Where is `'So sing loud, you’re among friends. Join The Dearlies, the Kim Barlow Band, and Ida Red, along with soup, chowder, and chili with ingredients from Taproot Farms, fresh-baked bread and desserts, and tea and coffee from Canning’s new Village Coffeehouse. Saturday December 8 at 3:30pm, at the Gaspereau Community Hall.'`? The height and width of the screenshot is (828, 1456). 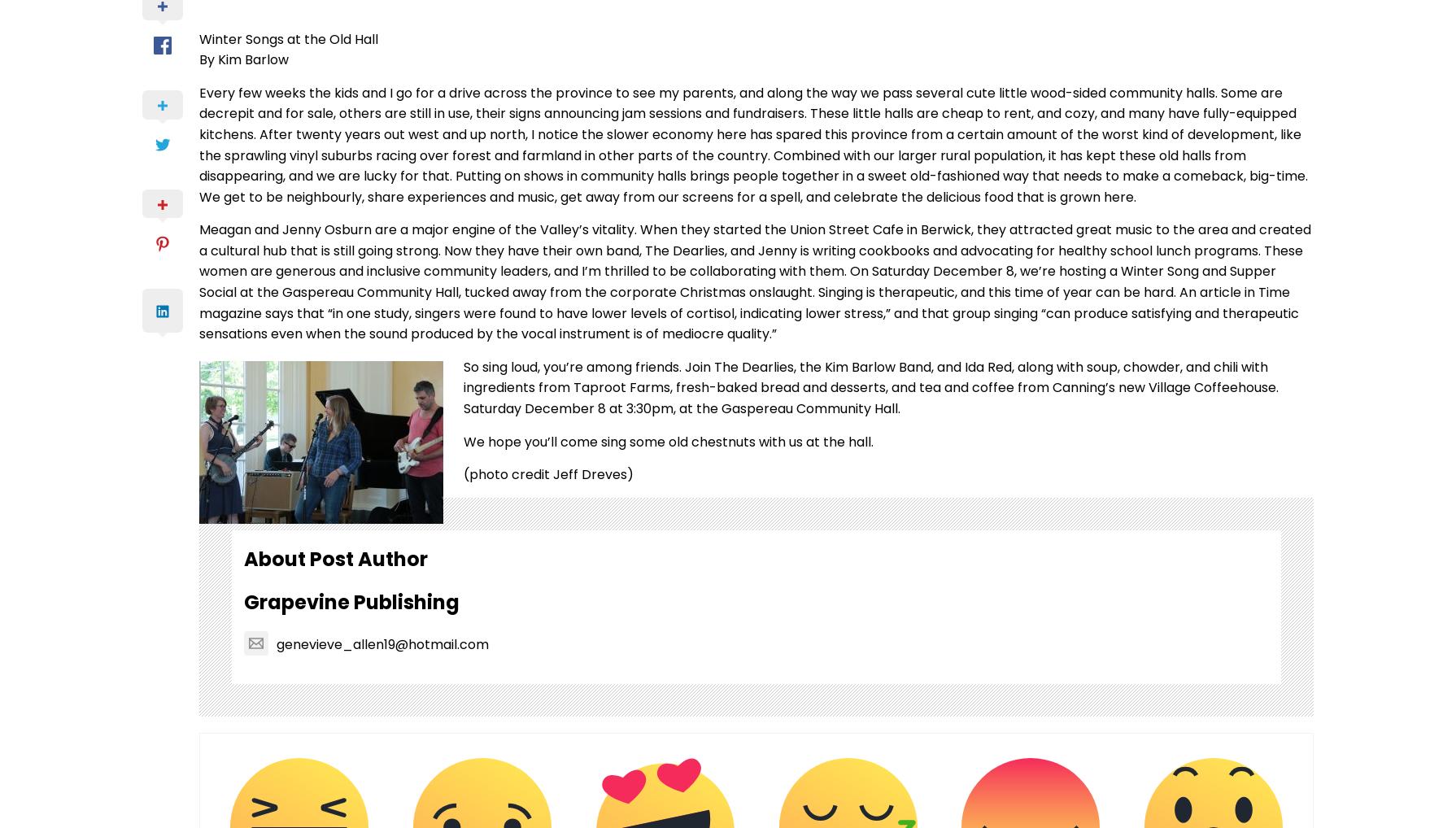
'So sing loud, you’re among friends. Join The Dearlies, the Kim Barlow Band, and Ida Red, along with soup, chowder, and chili with ingredients from Taproot Farms, fresh-baked bread and desserts, and tea and coffee from Canning’s new Village Coffeehouse. Saturday December 8 at 3:30pm, at the Gaspereau Community Hall.' is located at coordinates (870, 387).